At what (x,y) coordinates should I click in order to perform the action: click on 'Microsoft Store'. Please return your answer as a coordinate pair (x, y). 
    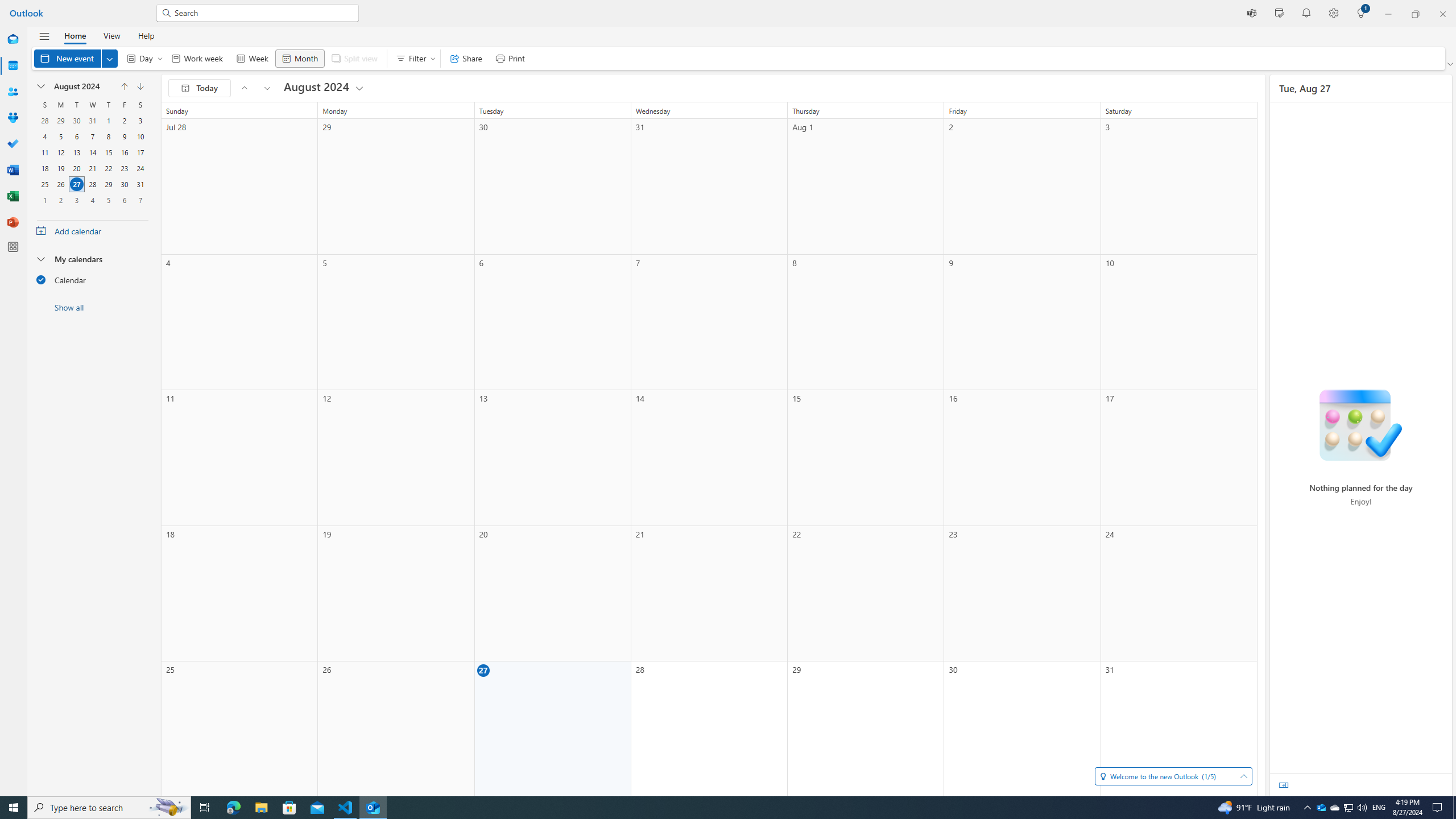
    Looking at the image, I should click on (289, 806).